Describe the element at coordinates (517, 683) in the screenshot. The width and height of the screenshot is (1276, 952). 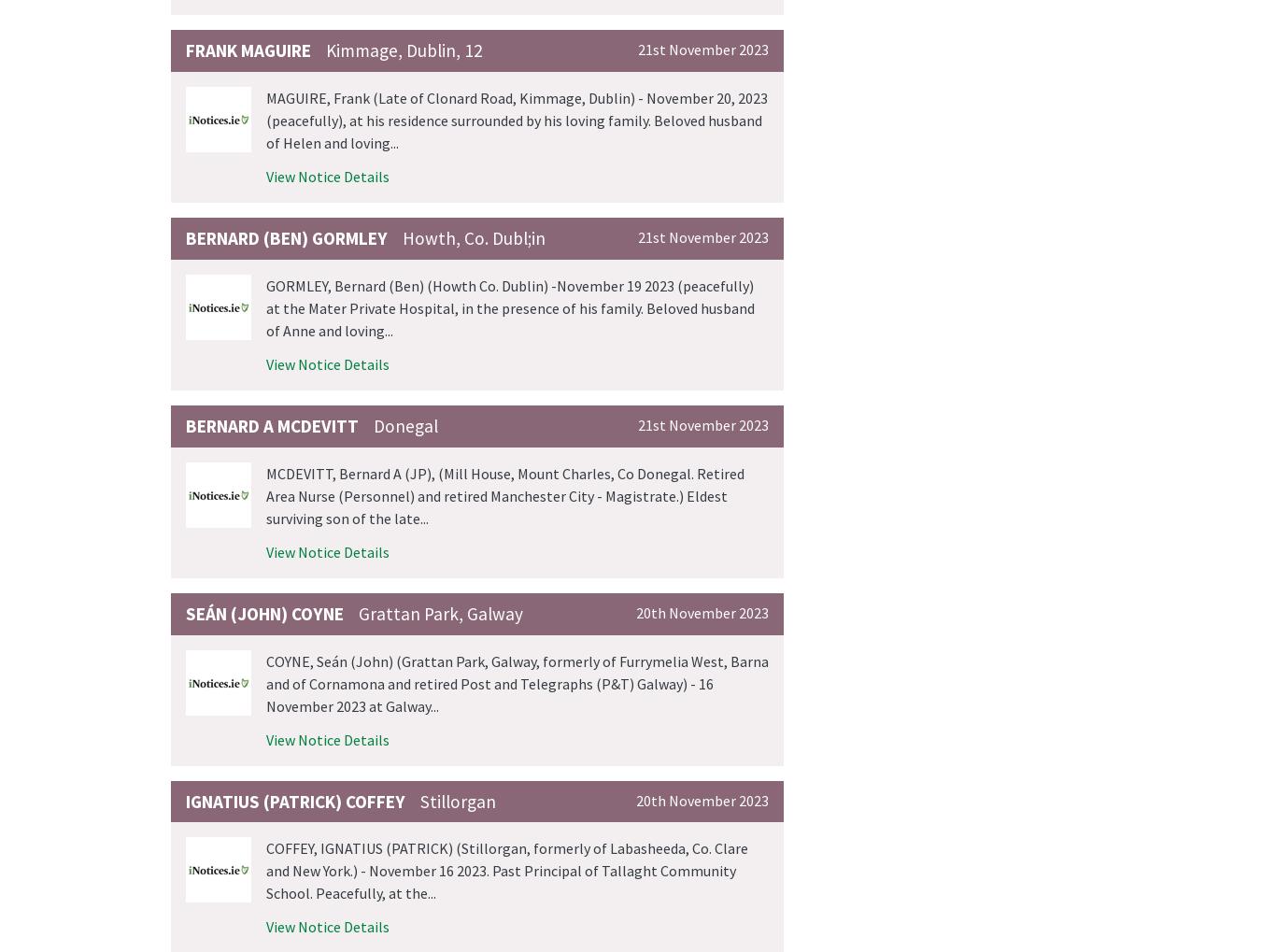
I see `'COYNE, Seán (John)                     (Grattan Park, Galway, formerly of Furrymelia West, Barna and of Cornamona and retired Post and Telegraphs (P&T) Galway) - 16 November 2023 at Galway...'` at that location.